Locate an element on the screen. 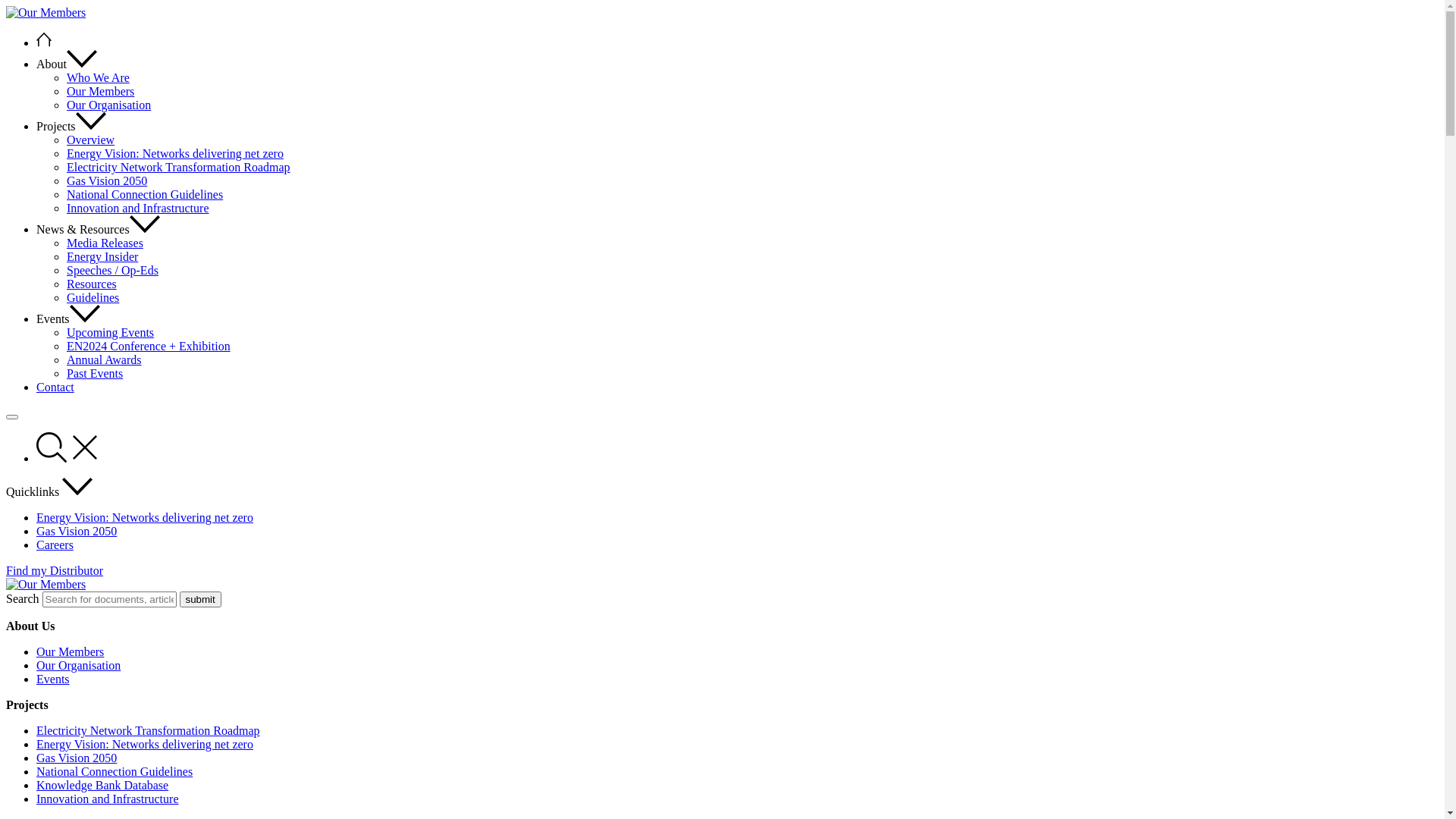 The height and width of the screenshot is (819, 1456). 'Upcoming Events' is located at coordinates (109, 331).